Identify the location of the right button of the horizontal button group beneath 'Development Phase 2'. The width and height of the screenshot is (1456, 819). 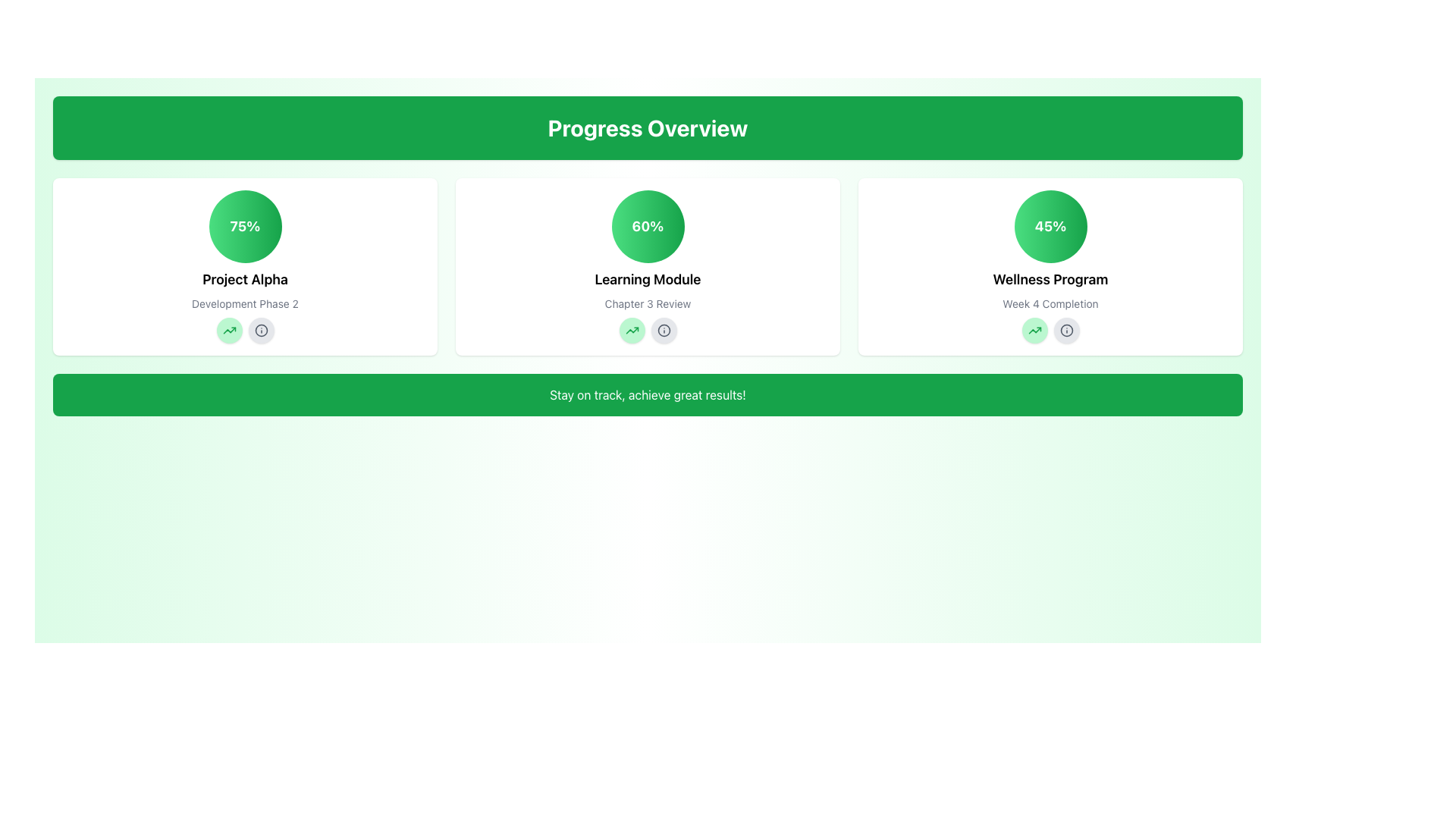
(245, 329).